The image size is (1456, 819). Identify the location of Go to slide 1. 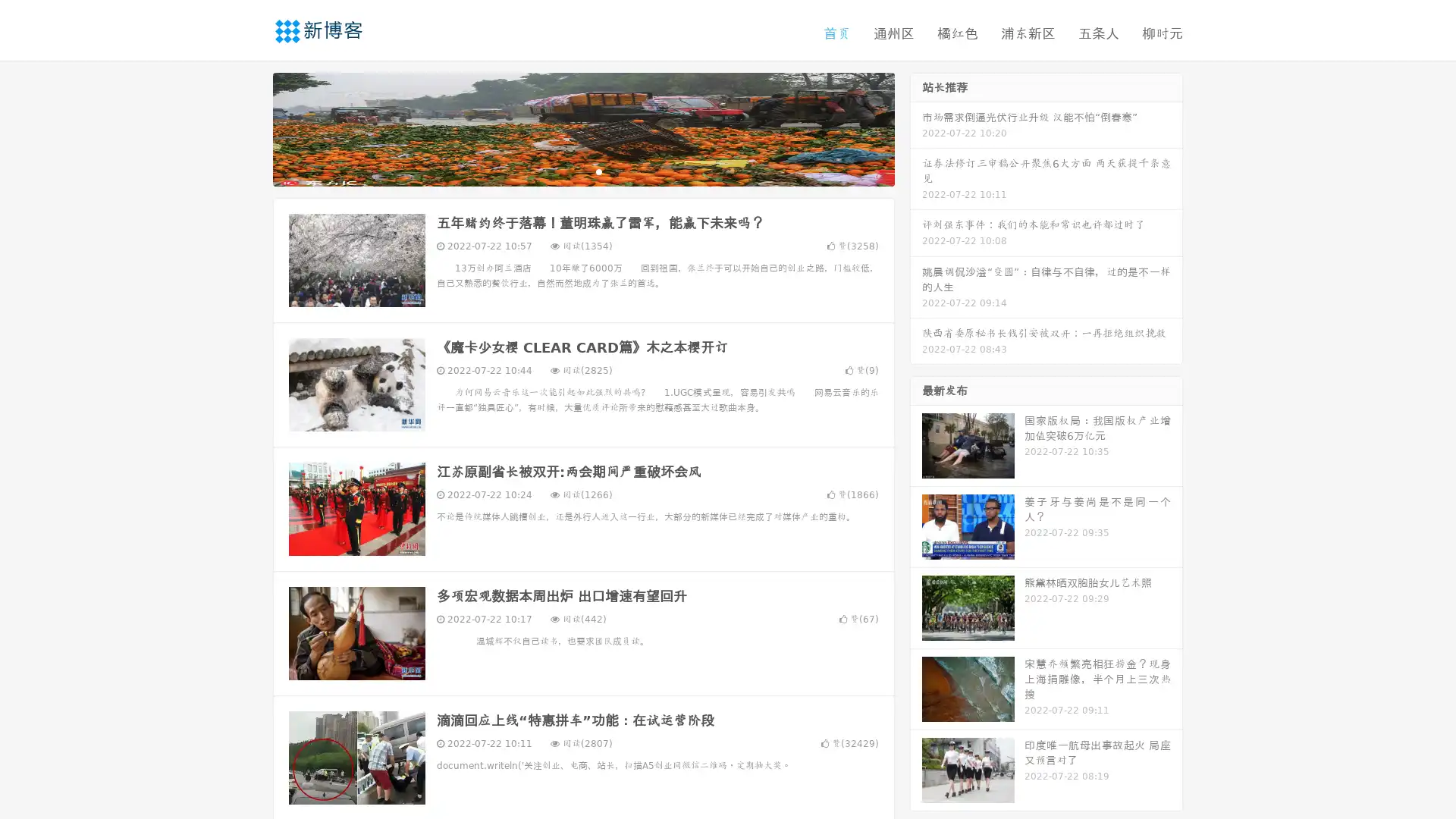
(567, 171).